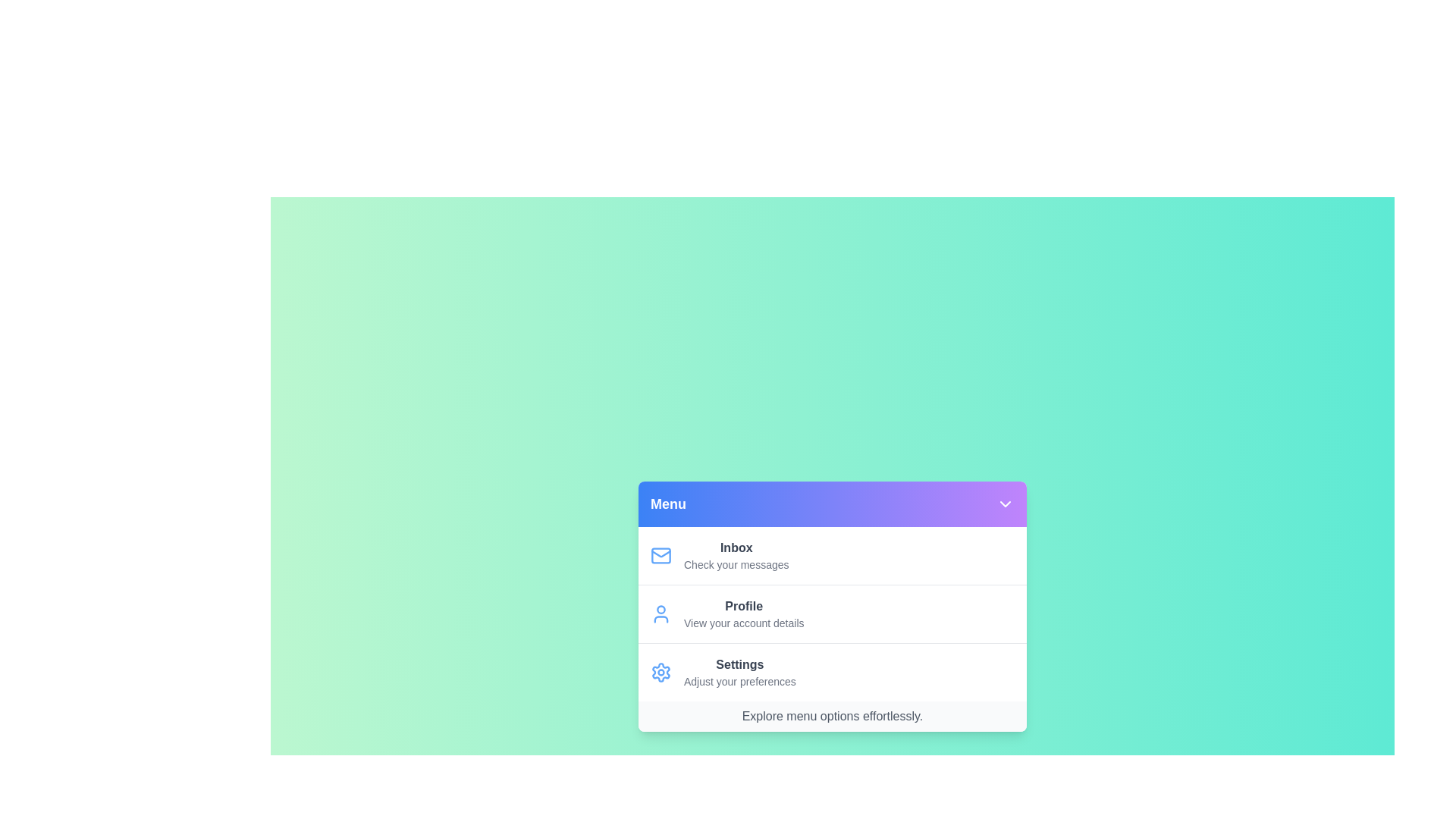 This screenshot has height=819, width=1456. What do you see at coordinates (832, 613) in the screenshot?
I see `the menu item Profile from the menu` at bounding box center [832, 613].